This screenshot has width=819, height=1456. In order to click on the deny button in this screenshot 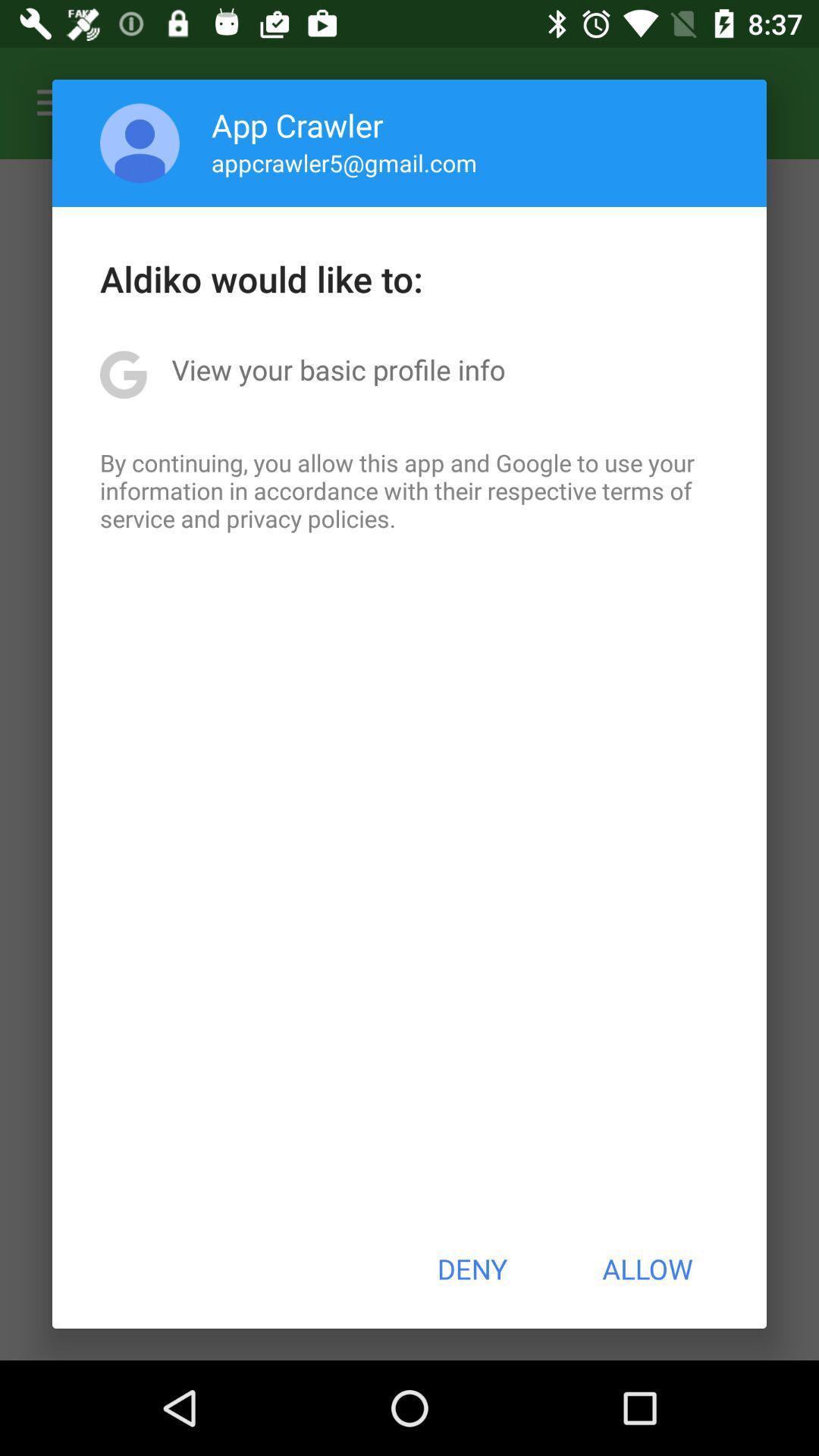, I will do `click(471, 1269)`.